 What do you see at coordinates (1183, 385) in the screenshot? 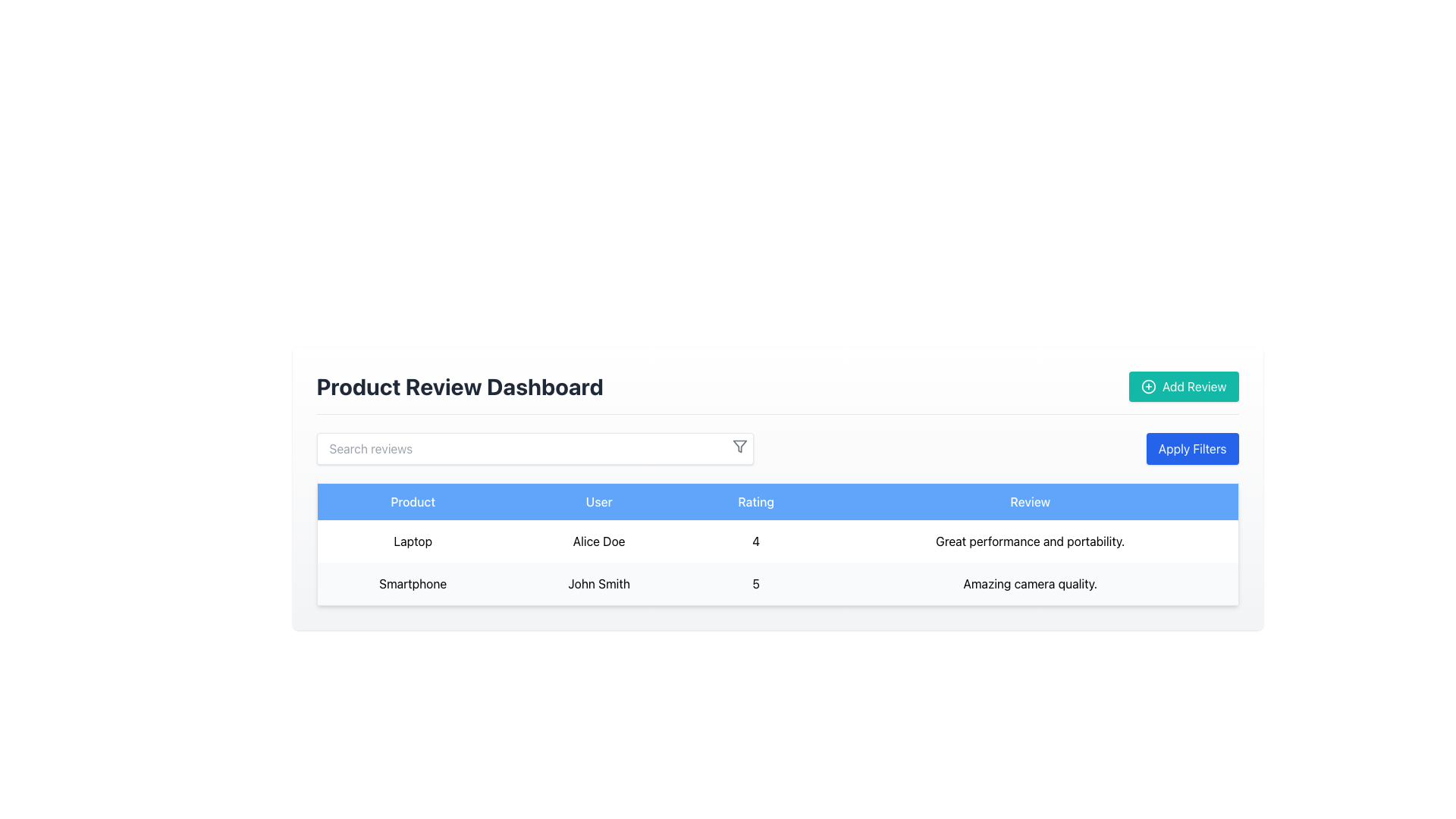
I see `the 'Add Review' button, which is a rectangular button with a teal background and white text, located in the upper-right corner of the 'Product Review Dashboard' header section` at bounding box center [1183, 385].